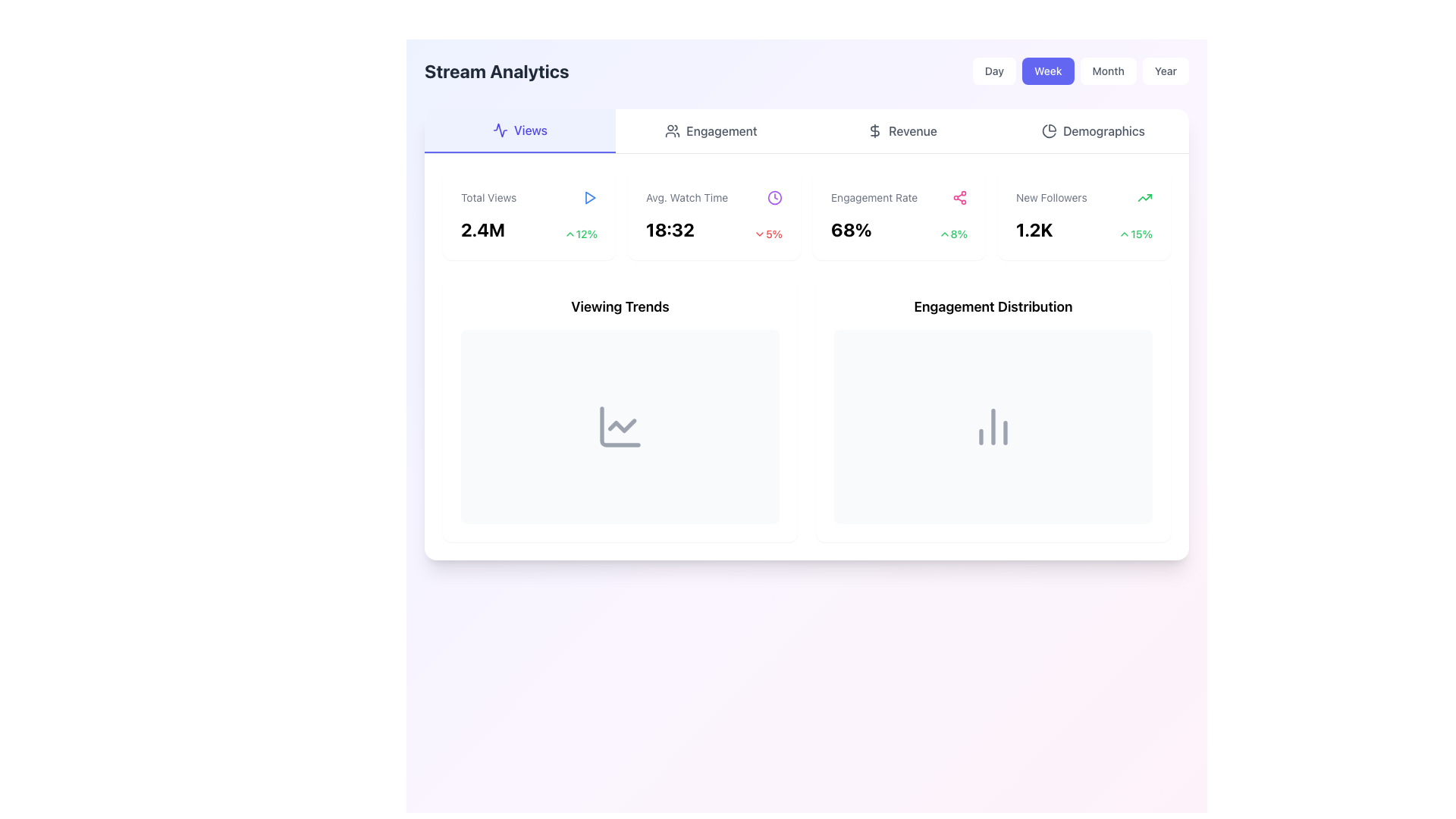 The height and width of the screenshot is (819, 1456). Describe the element at coordinates (669, 230) in the screenshot. I see `the static text displaying the time '18:32', which is bold, large-sized, and part of the 'Avg. Watch Time' section in the second card layout` at that location.